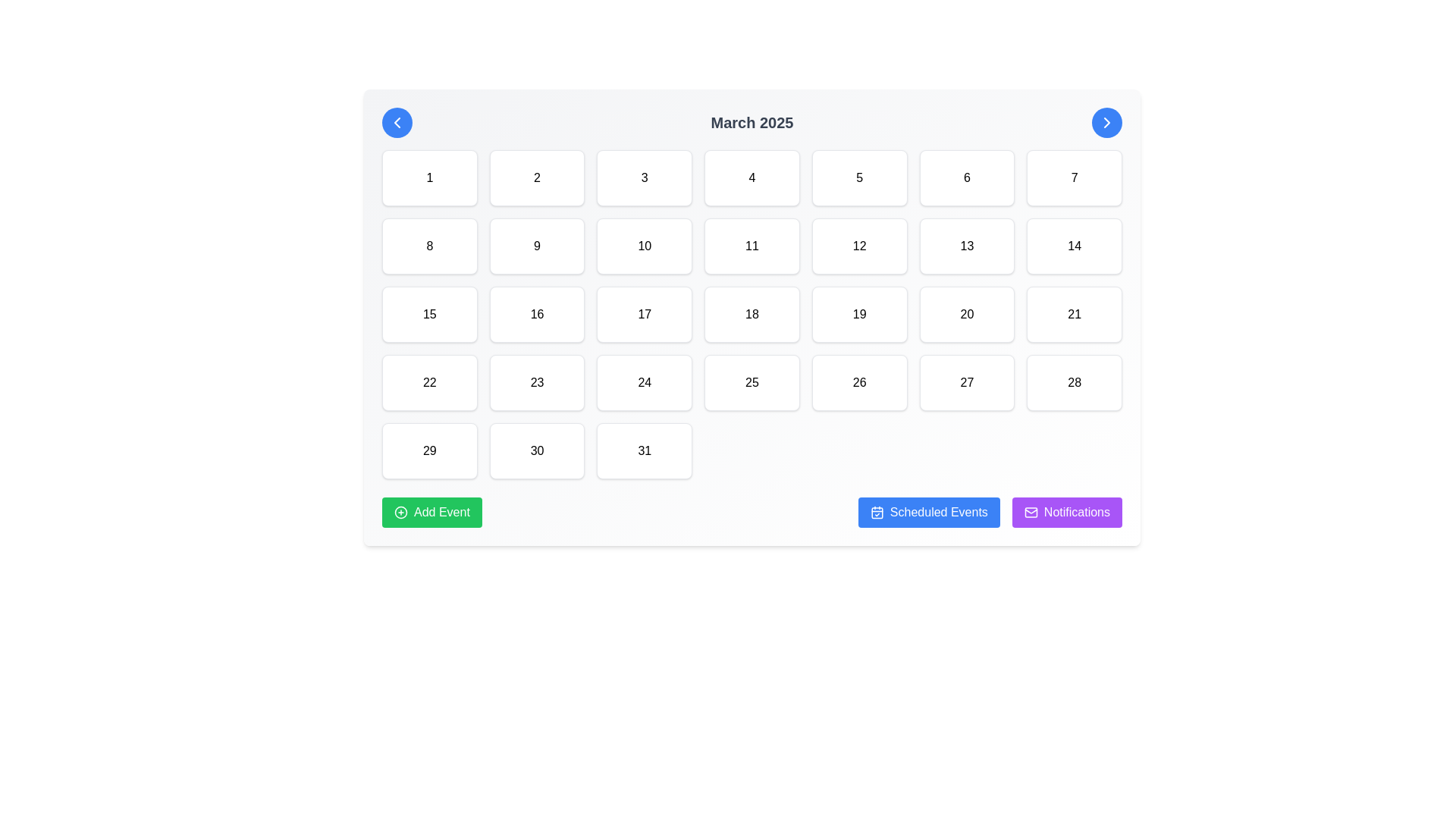  What do you see at coordinates (537, 177) in the screenshot?
I see `the second item in the first row of the calendar grid, which visually represents the date '2'` at bounding box center [537, 177].